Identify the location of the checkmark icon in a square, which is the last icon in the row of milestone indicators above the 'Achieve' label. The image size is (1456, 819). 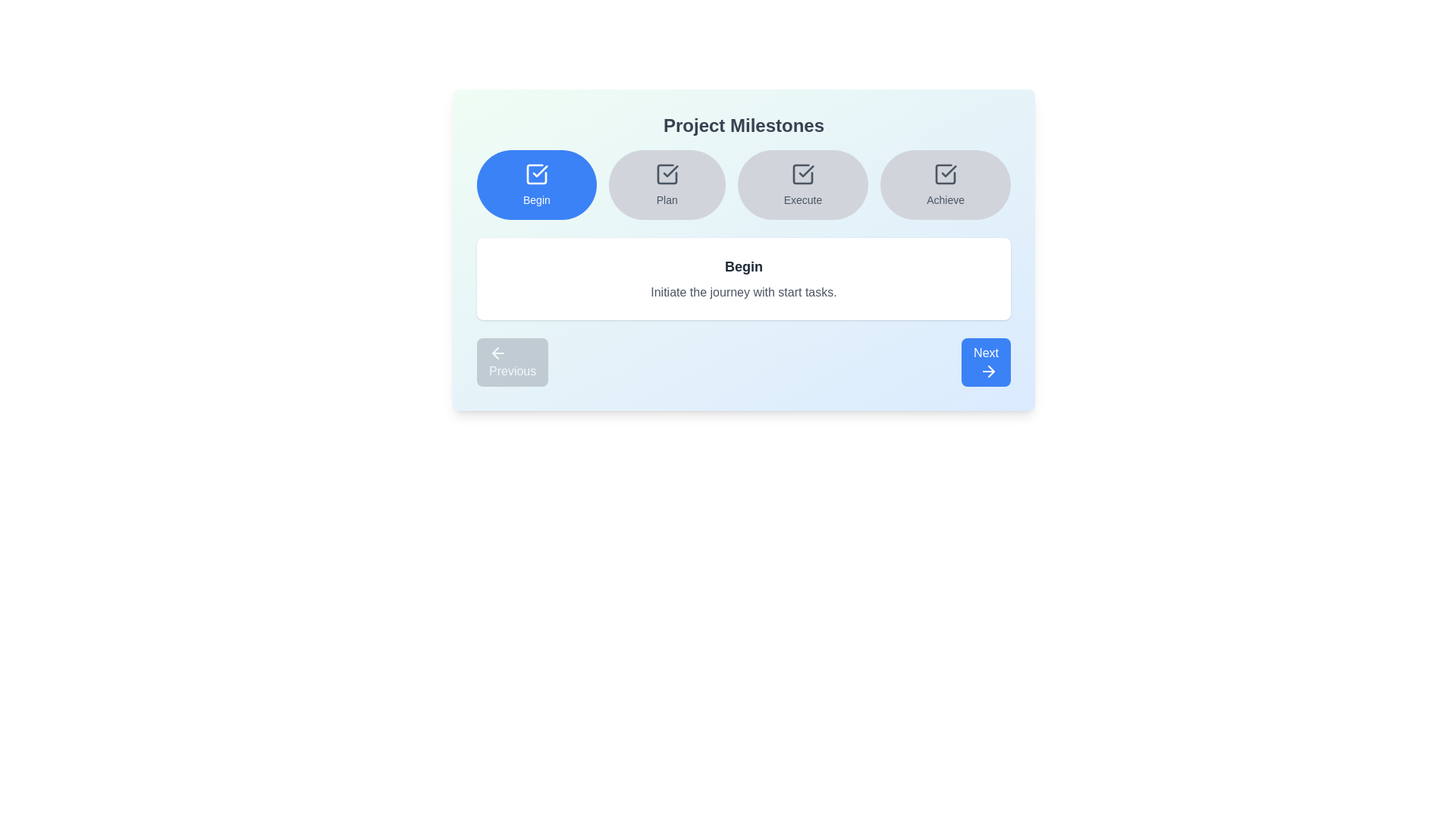
(945, 174).